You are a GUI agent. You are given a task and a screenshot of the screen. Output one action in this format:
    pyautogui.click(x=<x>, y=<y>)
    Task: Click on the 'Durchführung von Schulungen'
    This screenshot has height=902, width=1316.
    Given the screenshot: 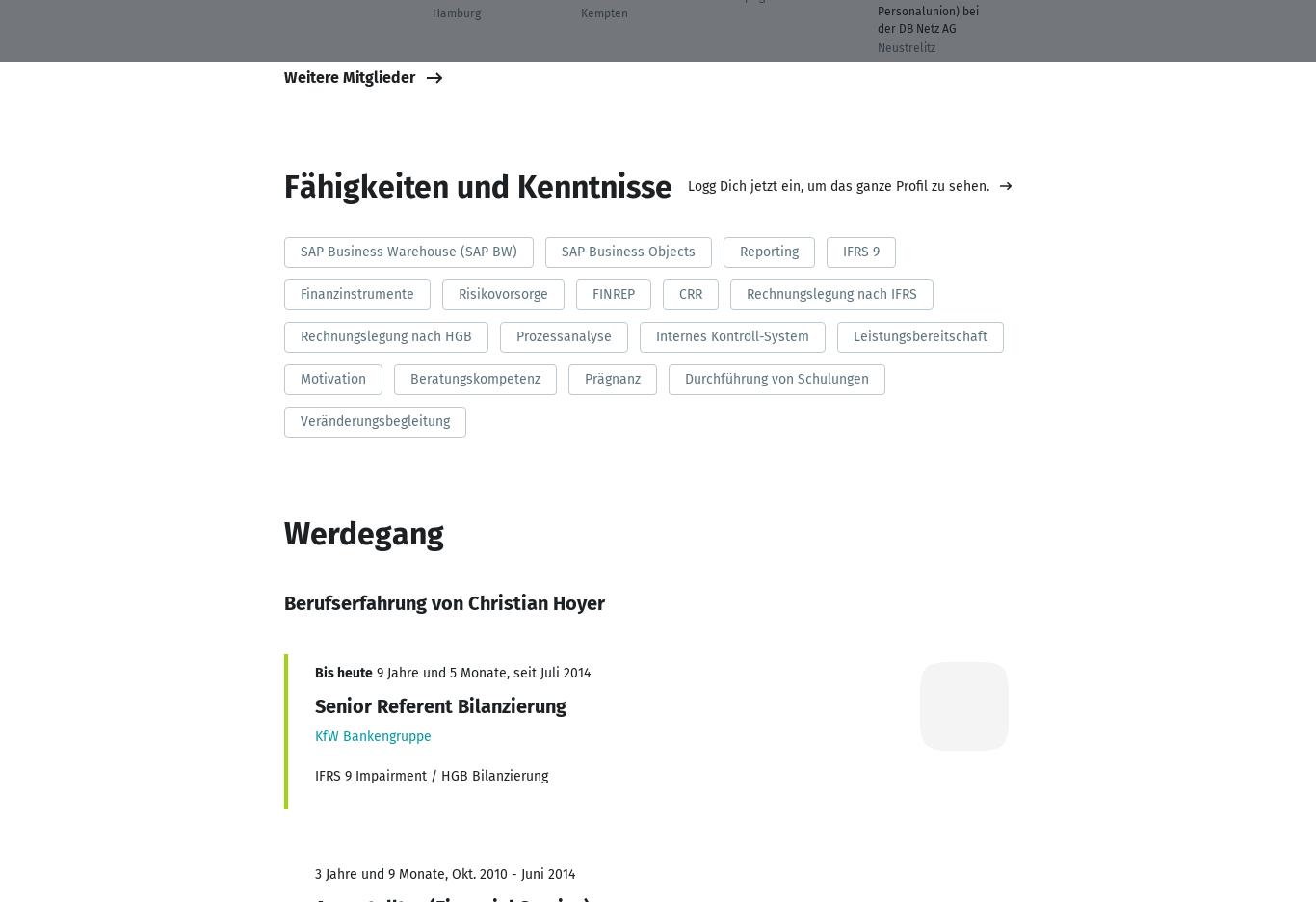 What is the action you would take?
    pyautogui.click(x=775, y=377)
    